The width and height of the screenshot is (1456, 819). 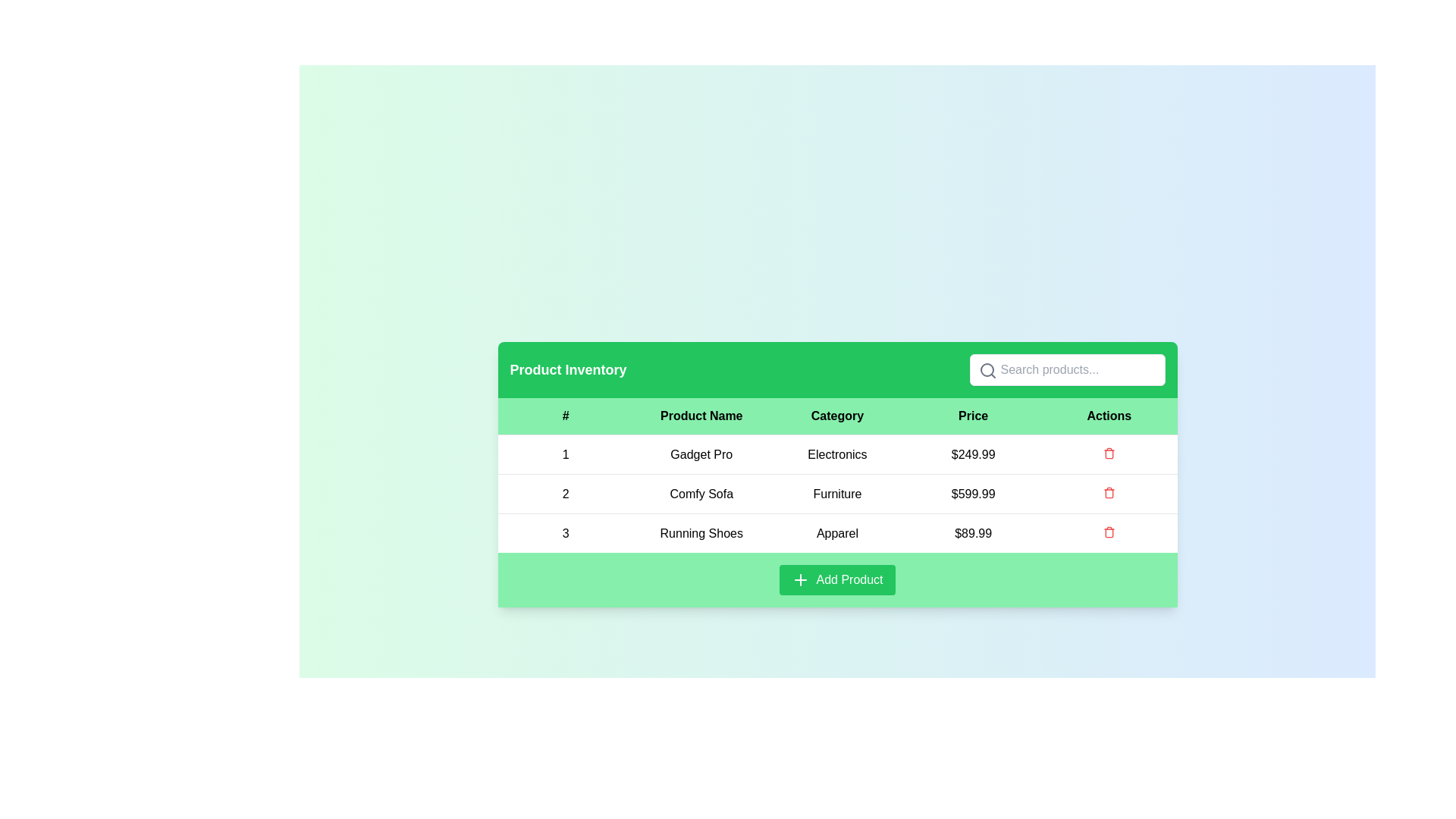 I want to click on the price text label for the 'Running Shoes' product, which is located in the fourth column of the third row in the table under the 'Price' column header, so click(x=973, y=532).